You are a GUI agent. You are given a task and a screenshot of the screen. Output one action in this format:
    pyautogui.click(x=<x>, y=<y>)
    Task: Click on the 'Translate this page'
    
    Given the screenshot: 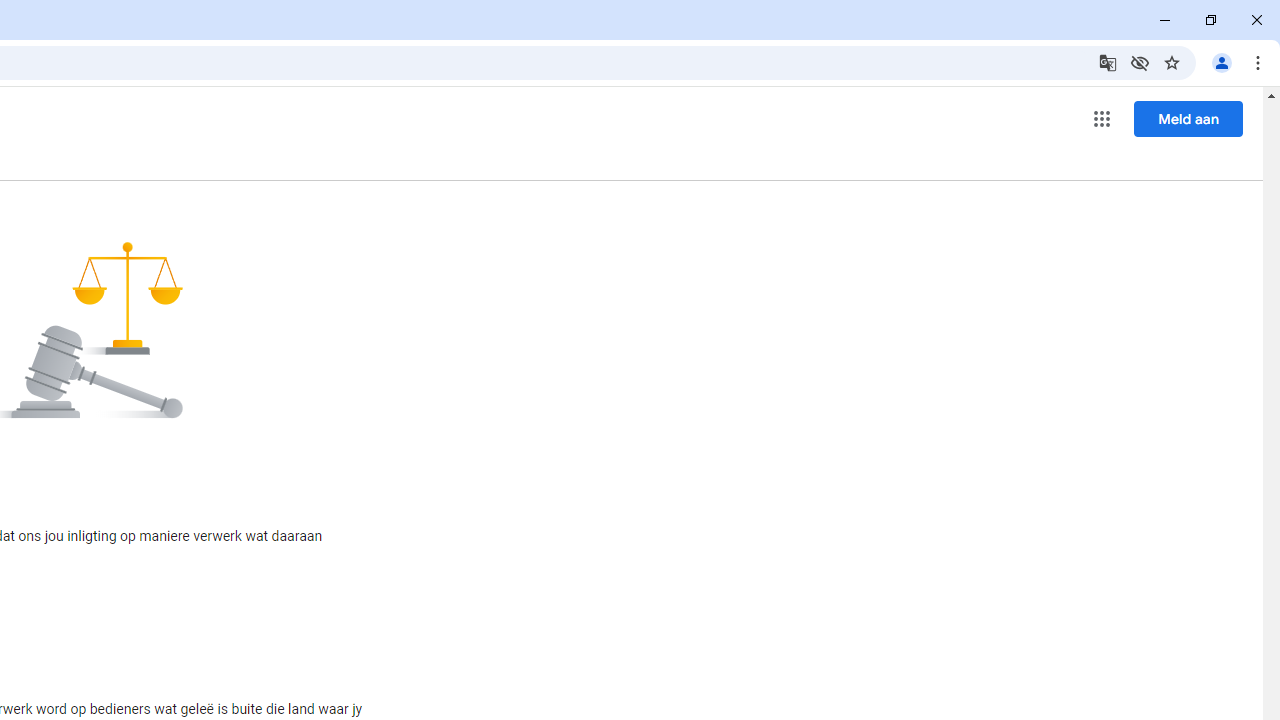 What is the action you would take?
    pyautogui.click(x=1106, y=61)
    